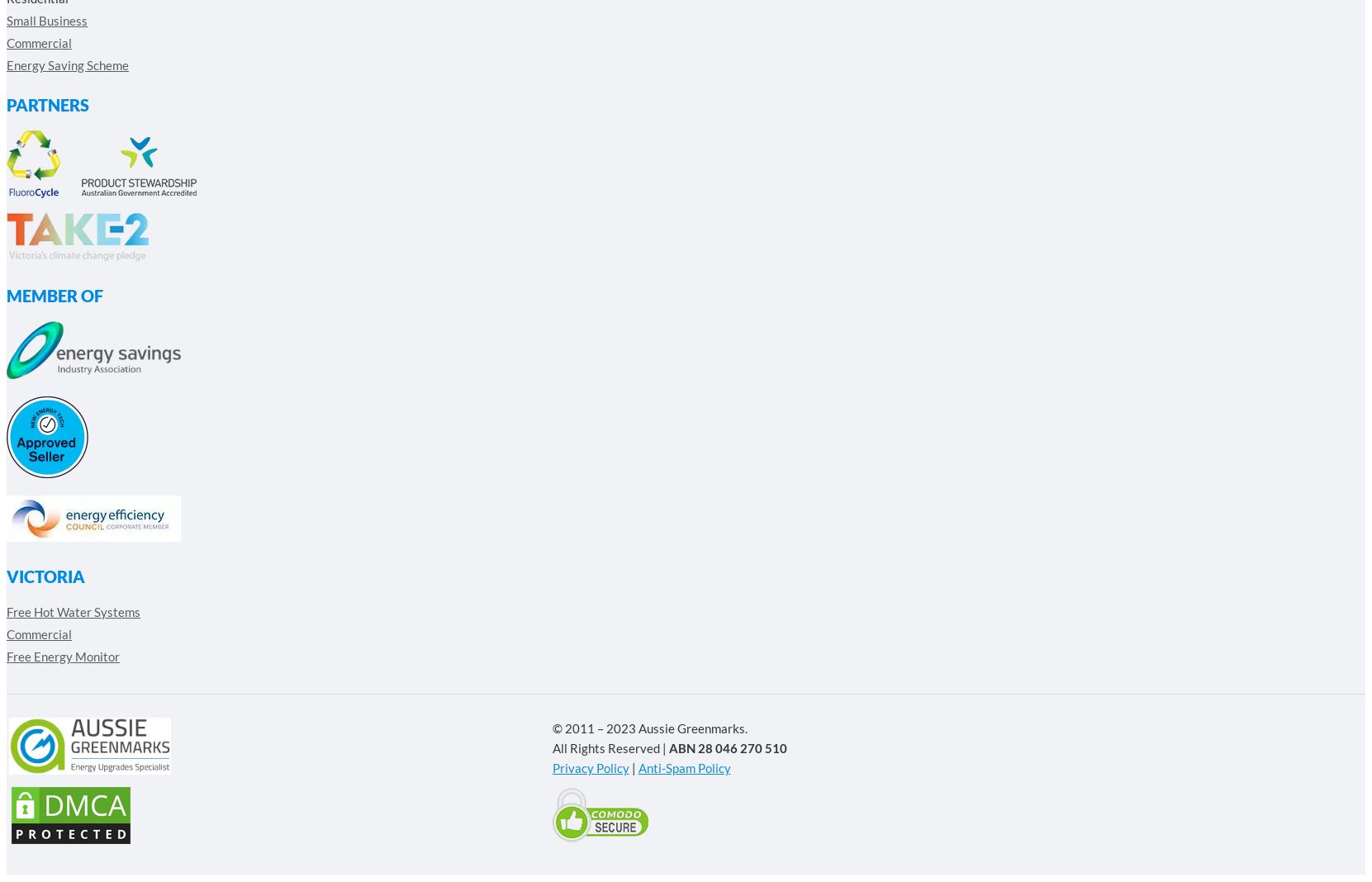 The image size is (1372, 882). I want to click on 'All Rights Reserved |', so click(608, 747).